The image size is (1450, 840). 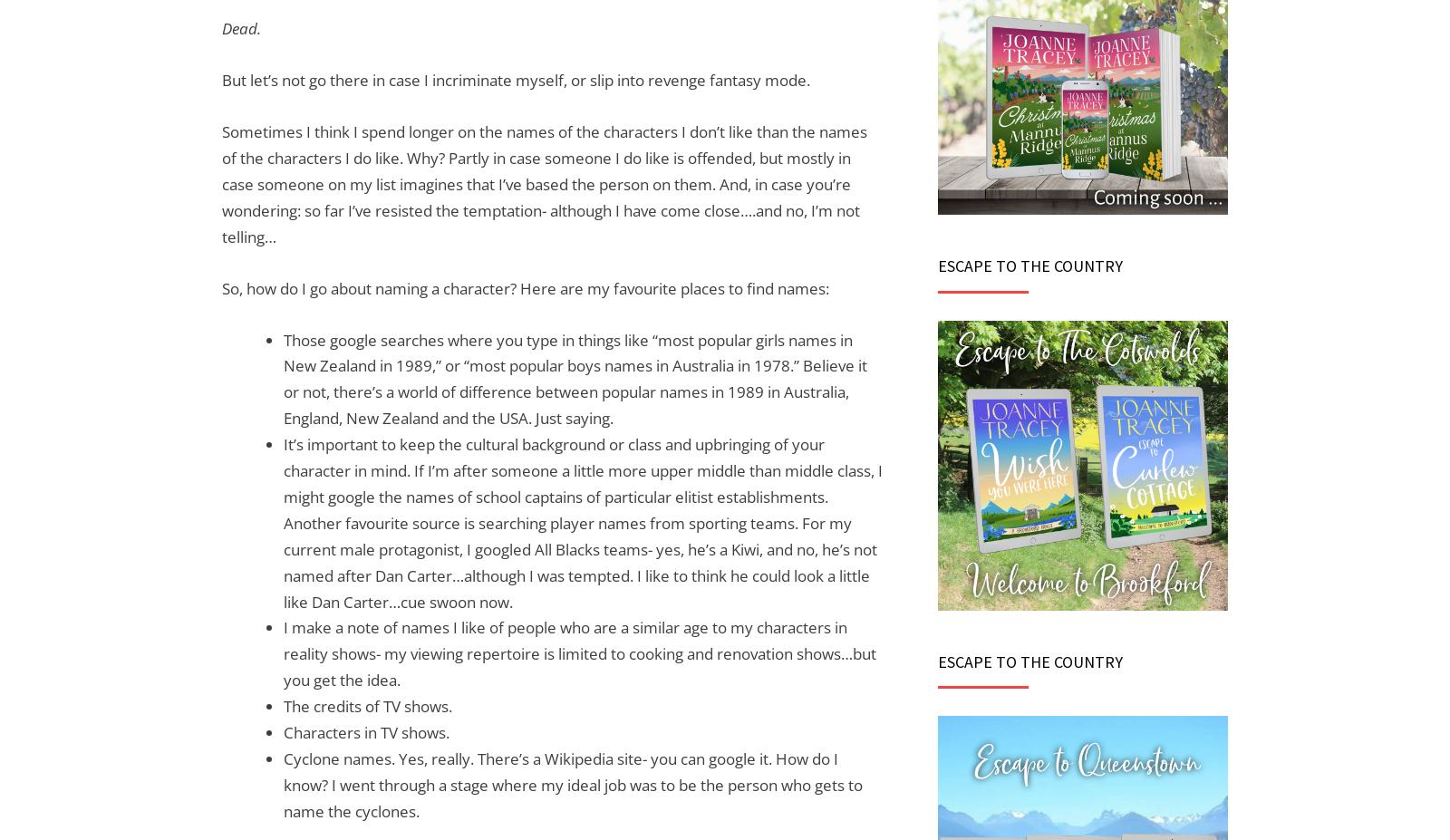 What do you see at coordinates (515, 79) in the screenshot?
I see `'But let’s not go there in case I incriminate myself, or slip into revenge fantasy mode.'` at bounding box center [515, 79].